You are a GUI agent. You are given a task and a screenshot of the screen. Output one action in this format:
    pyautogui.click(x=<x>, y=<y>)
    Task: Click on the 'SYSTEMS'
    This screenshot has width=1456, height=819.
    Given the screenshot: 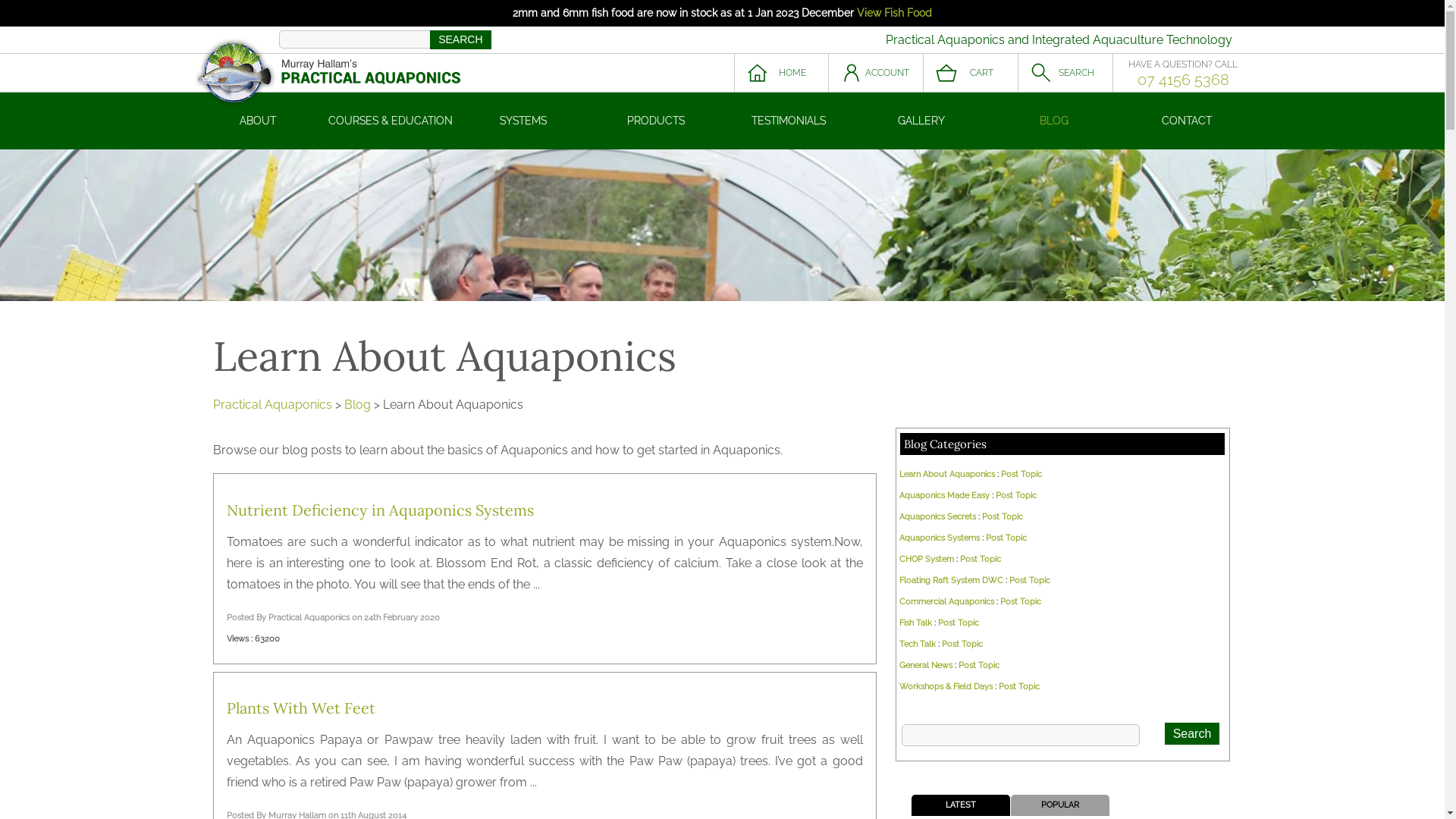 What is the action you would take?
    pyautogui.click(x=522, y=120)
    